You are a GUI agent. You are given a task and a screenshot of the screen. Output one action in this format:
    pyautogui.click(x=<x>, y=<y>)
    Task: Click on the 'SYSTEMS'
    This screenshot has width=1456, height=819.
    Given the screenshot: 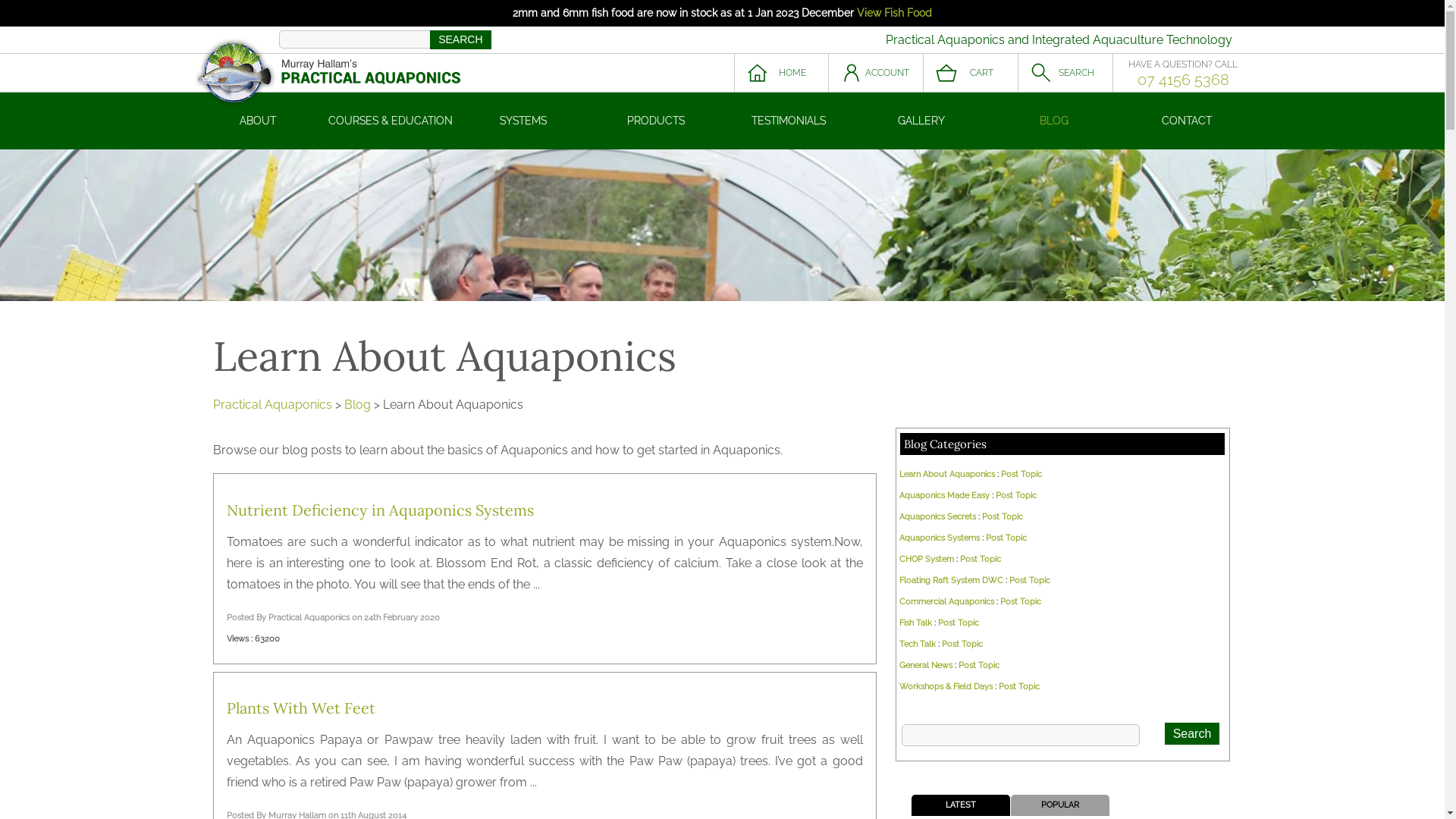 What is the action you would take?
    pyautogui.click(x=522, y=120)
    